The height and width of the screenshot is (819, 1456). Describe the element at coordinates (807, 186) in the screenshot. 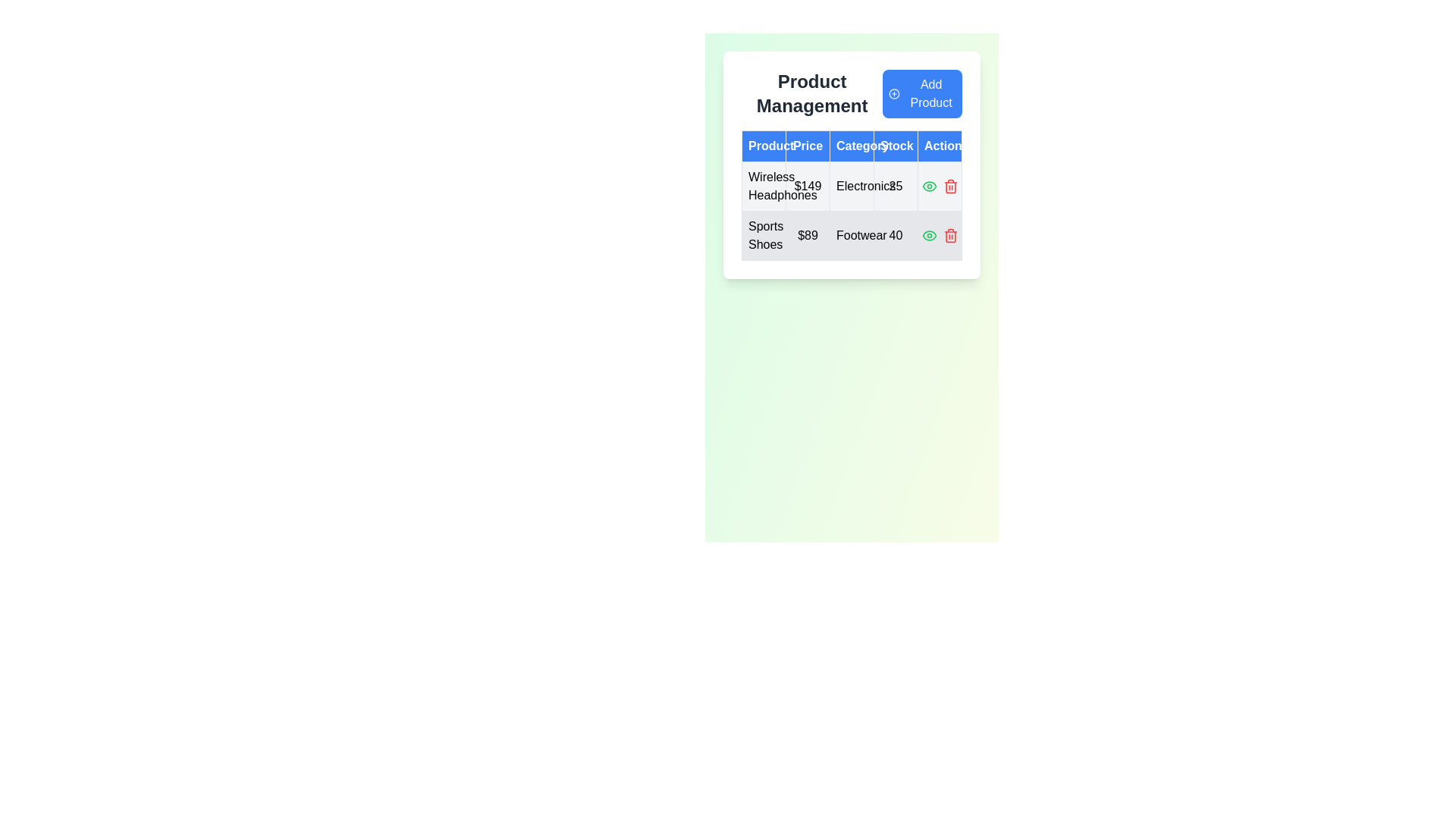

I see `the price display element showing '$149' in the second cell under the 'Price' column of the table` at that location.